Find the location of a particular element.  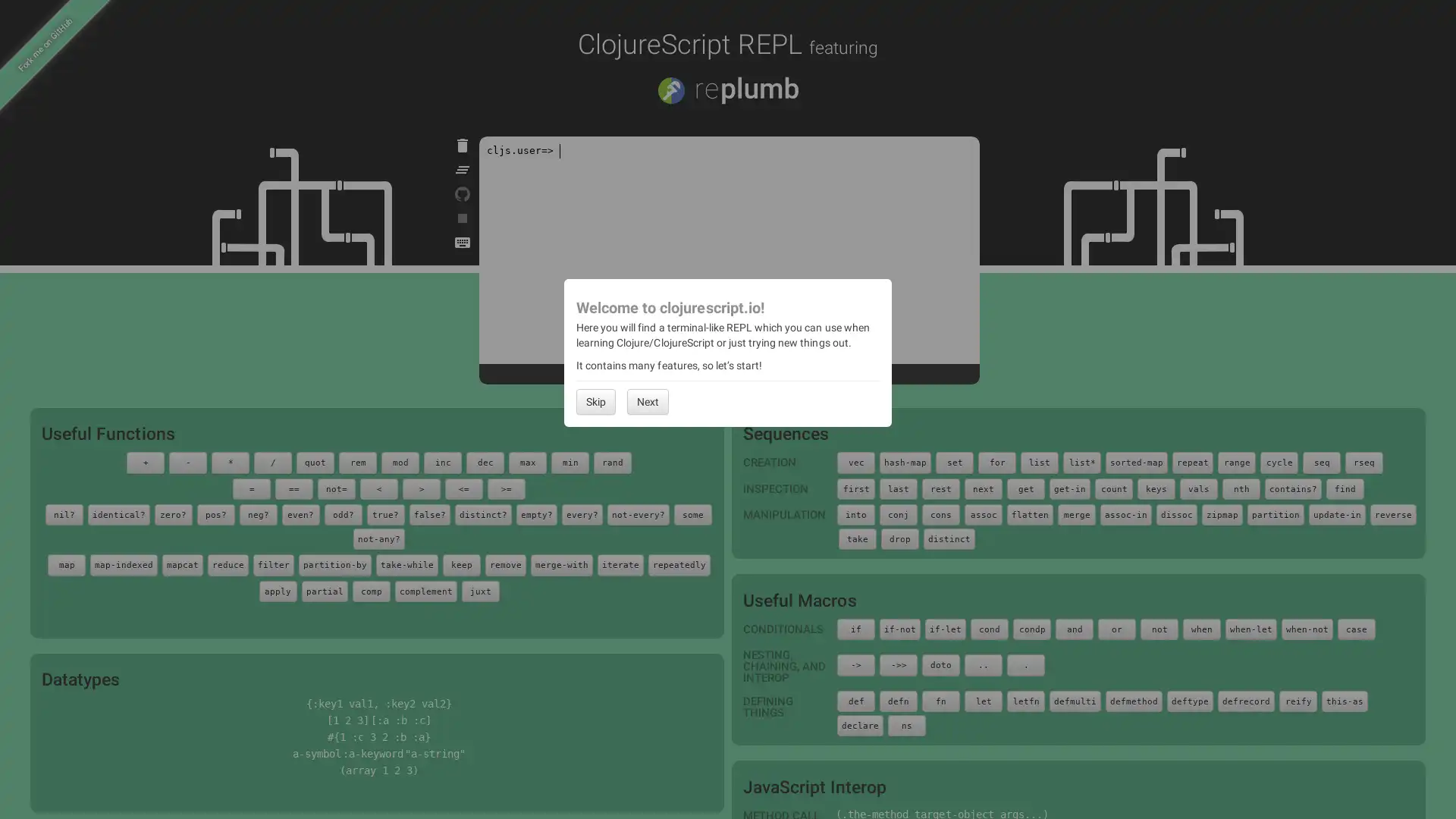

cons is located at coordinates (940, 513).